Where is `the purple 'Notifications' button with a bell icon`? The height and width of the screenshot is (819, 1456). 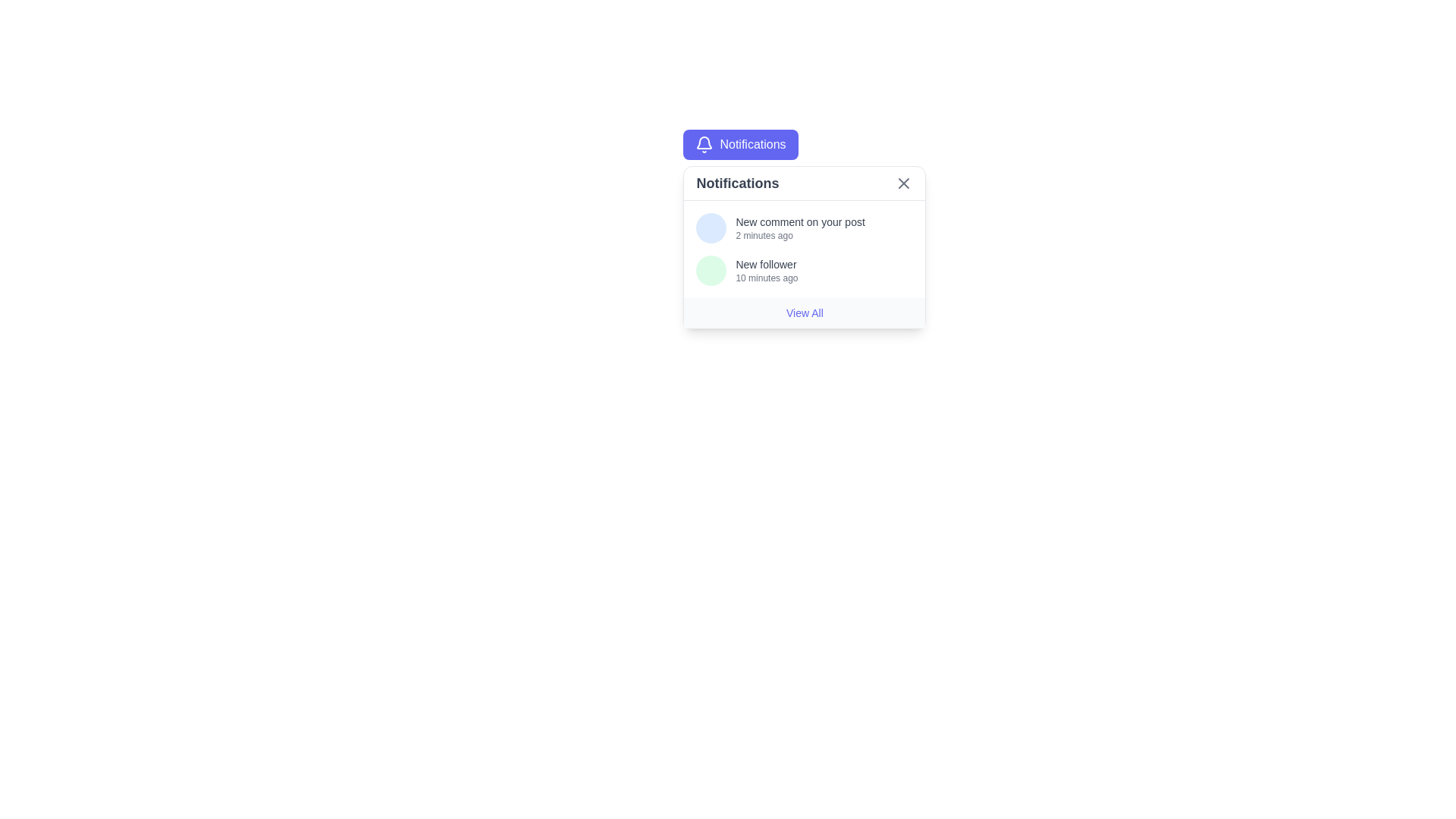
the purple 'Notifications' button with a bell icon is located at coordinates (741, 145).